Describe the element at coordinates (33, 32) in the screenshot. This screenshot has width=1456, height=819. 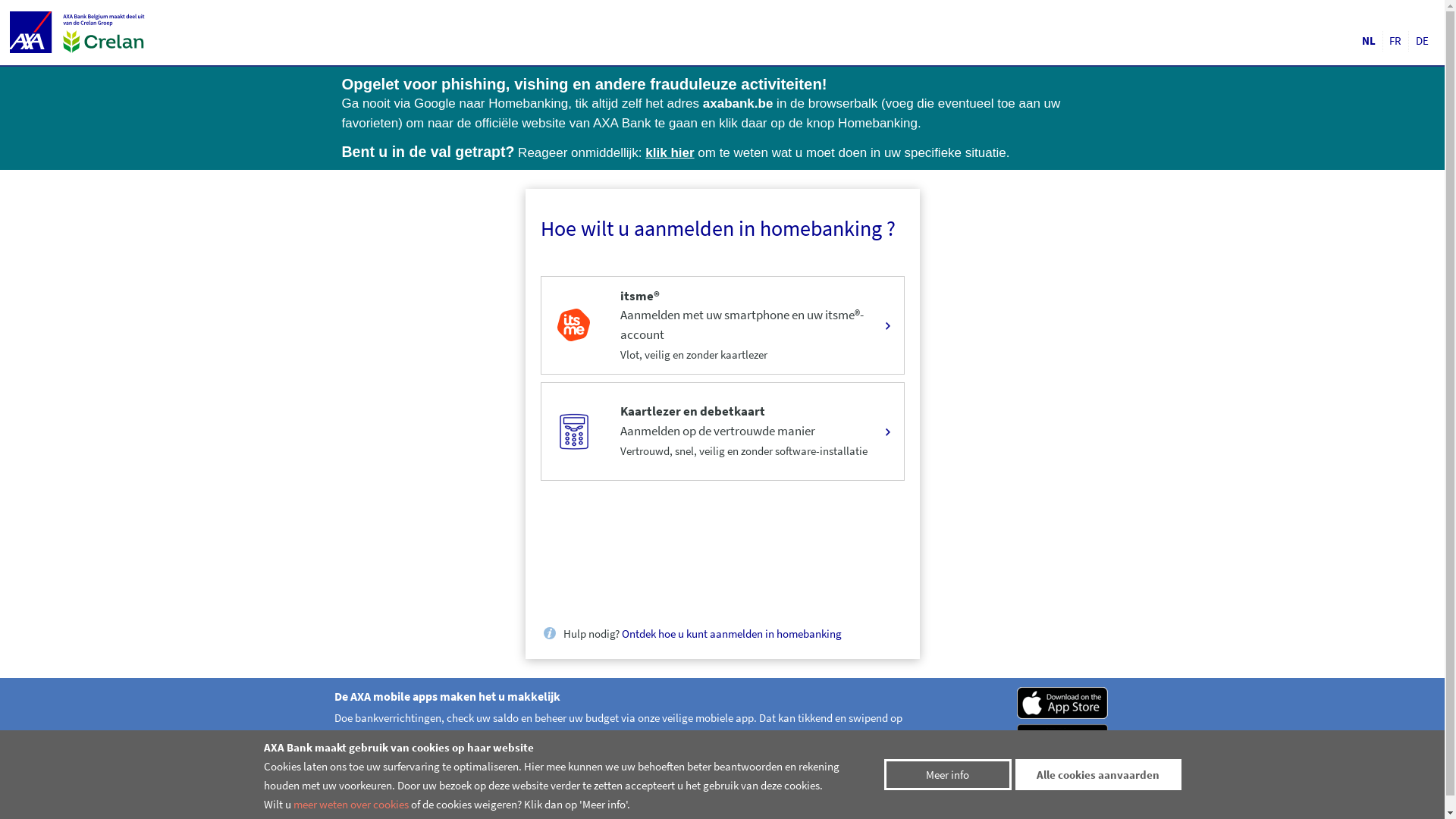
I see `'AXA Homebanking'` at that location.